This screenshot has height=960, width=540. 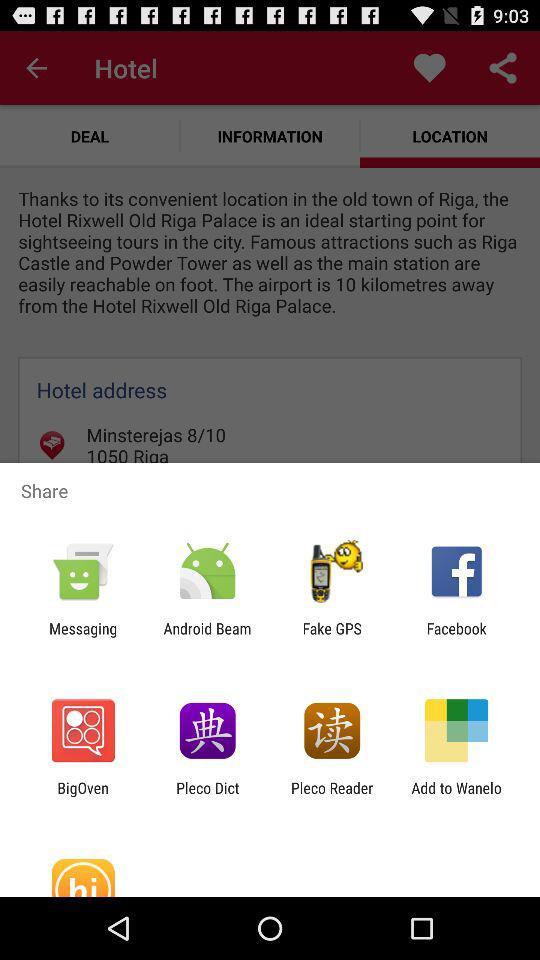 What do you see at coordinates (456, 636) in the screenshot?
I see `app to the right of fake gps item` at bounding box center [456, 636].